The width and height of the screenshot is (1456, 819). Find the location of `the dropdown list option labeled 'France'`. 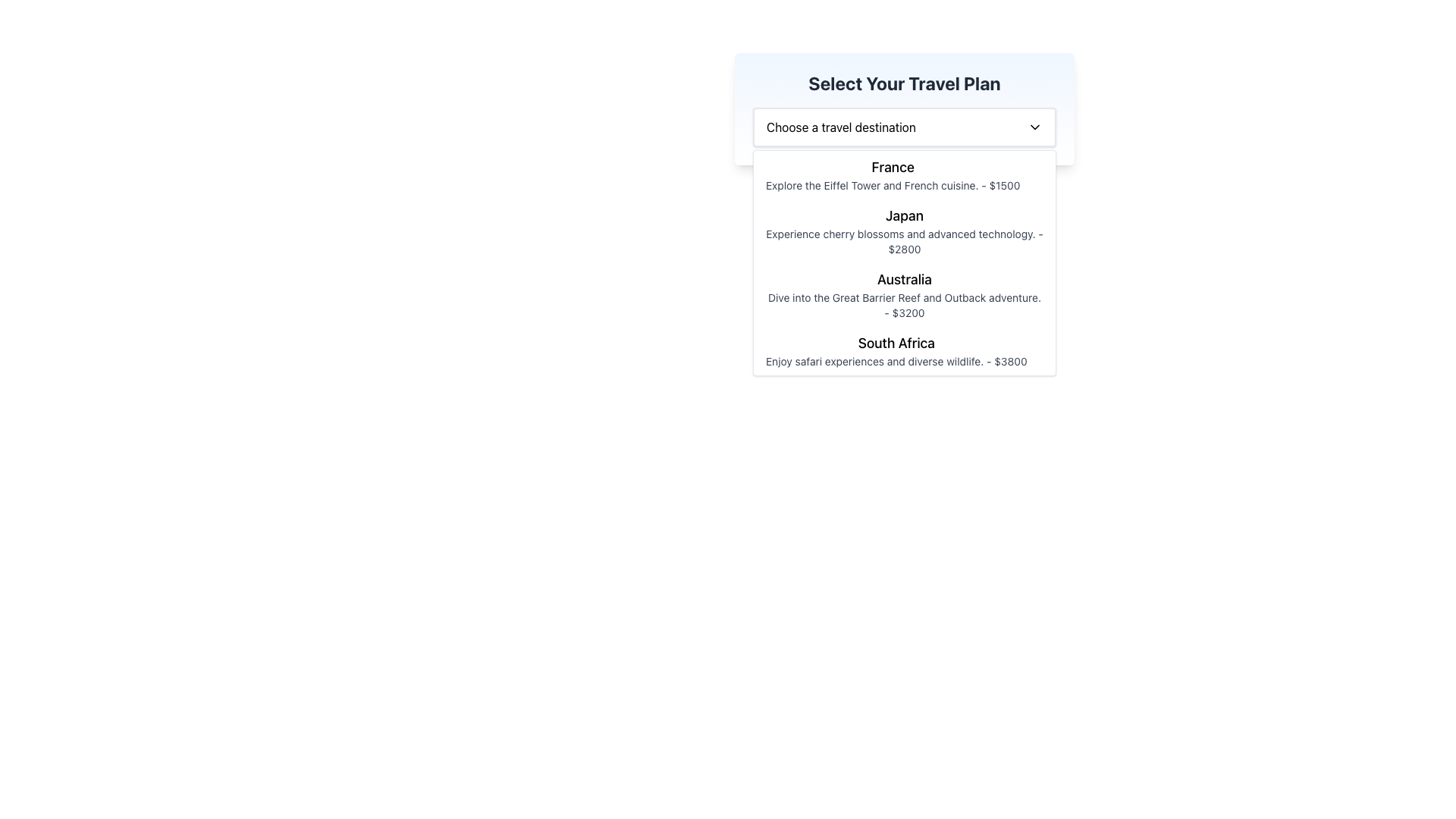

the dropdown list option labeled 'France' is located at coordinates (893, 174).